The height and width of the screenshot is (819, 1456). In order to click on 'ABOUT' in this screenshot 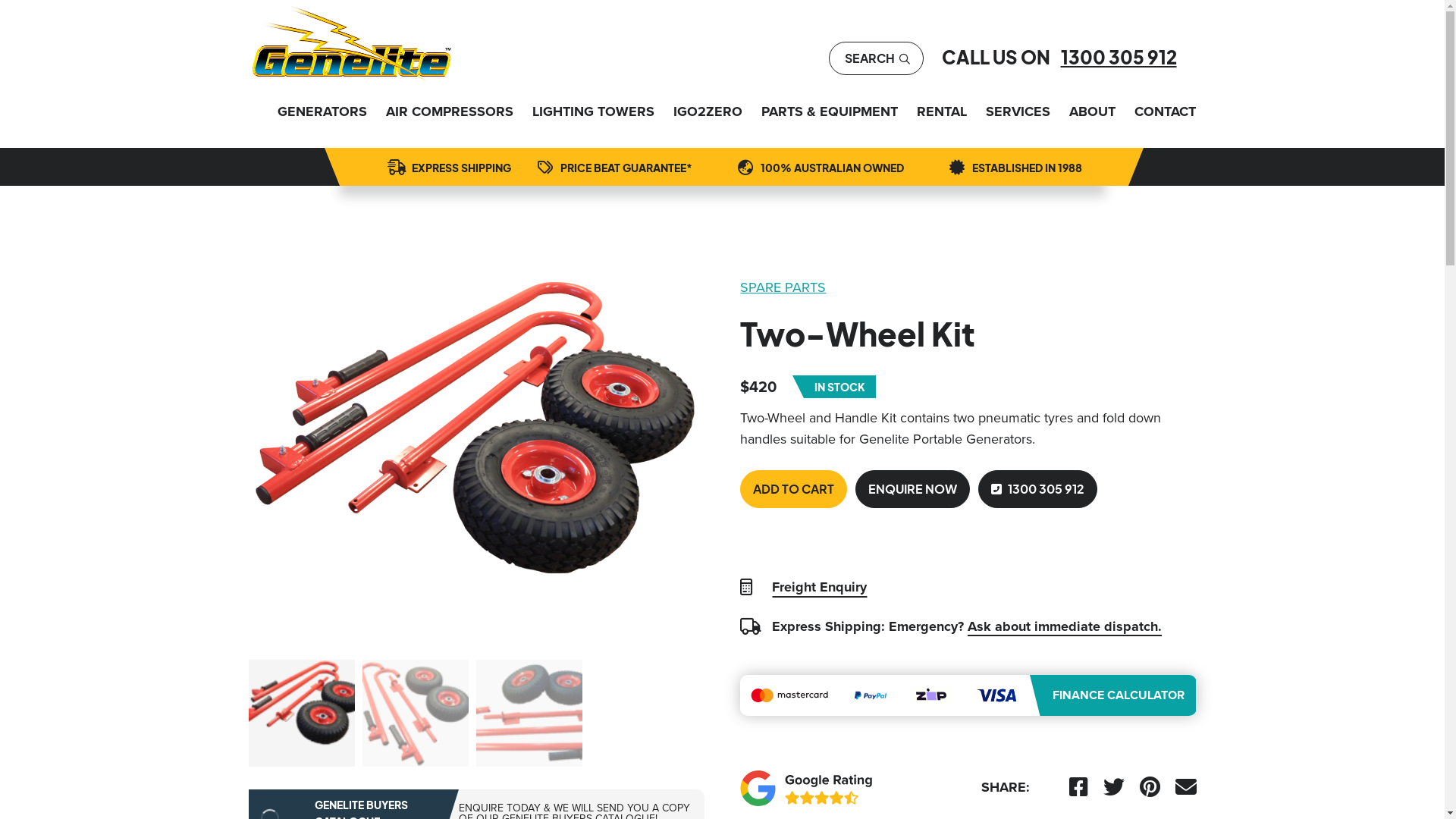, I will do `click(1068, 110)`.